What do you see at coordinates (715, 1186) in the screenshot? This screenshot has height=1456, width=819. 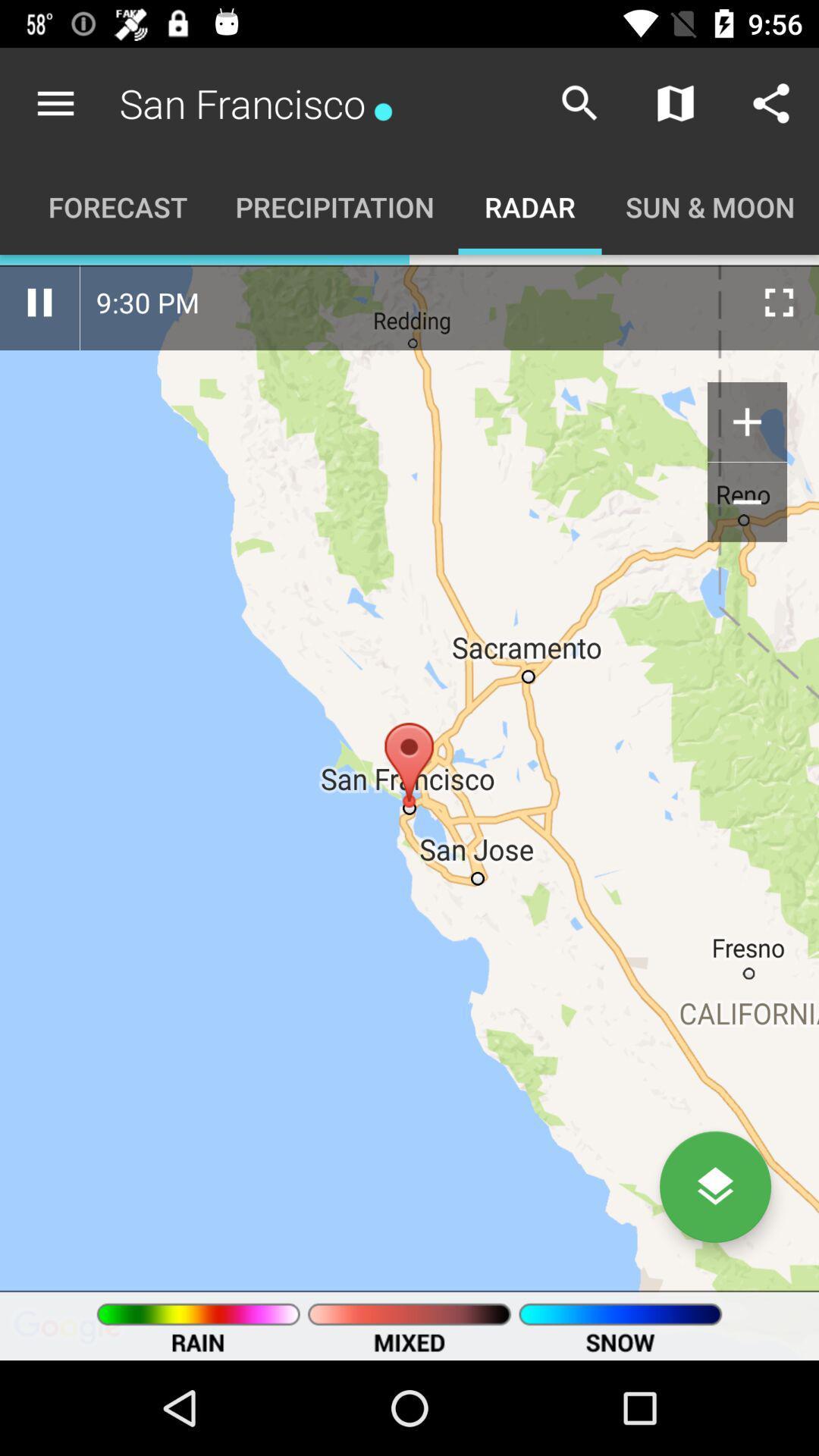 I see `the layers icon` at bounding box center [715, 1186].